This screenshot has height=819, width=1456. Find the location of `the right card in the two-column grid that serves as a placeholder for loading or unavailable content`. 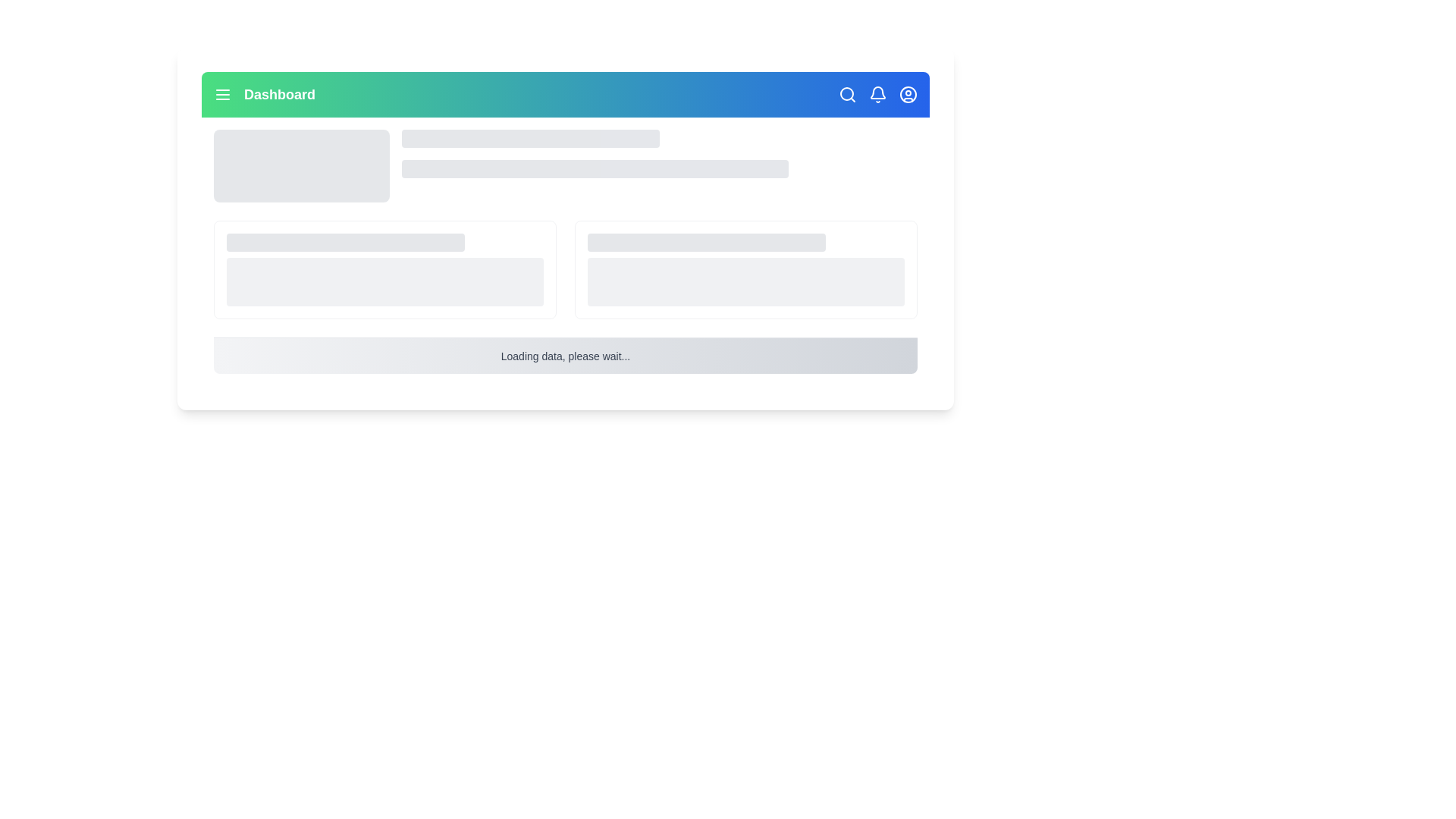

the right card in the two-column grid that serves as a placeholder for loading or unavailable content is located at coordinates (745, 268).